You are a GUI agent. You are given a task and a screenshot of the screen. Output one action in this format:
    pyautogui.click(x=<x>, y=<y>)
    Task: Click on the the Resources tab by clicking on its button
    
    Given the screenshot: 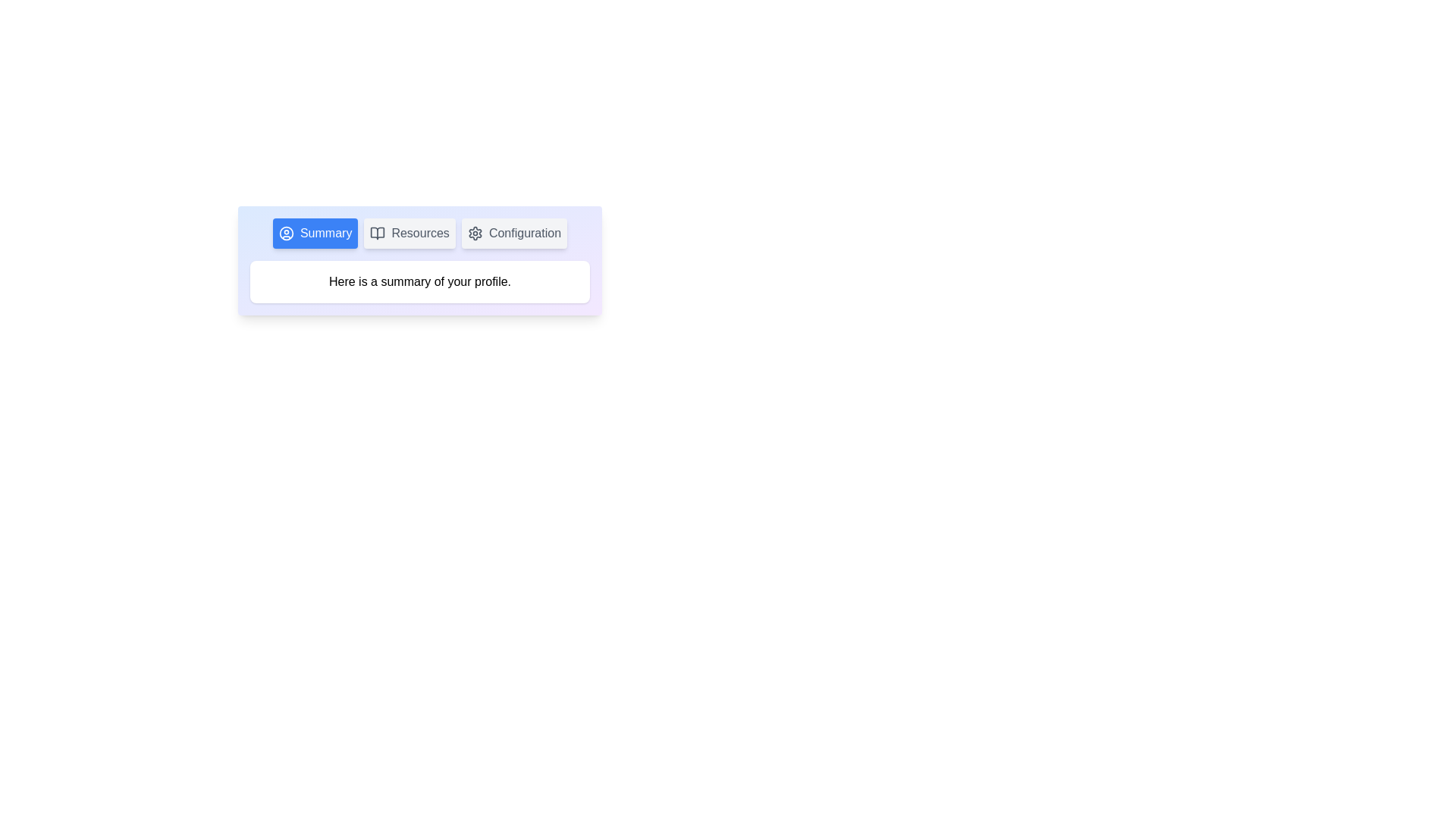 What is the action you would take?
    pyautogui.click(x=409, y=234)
    